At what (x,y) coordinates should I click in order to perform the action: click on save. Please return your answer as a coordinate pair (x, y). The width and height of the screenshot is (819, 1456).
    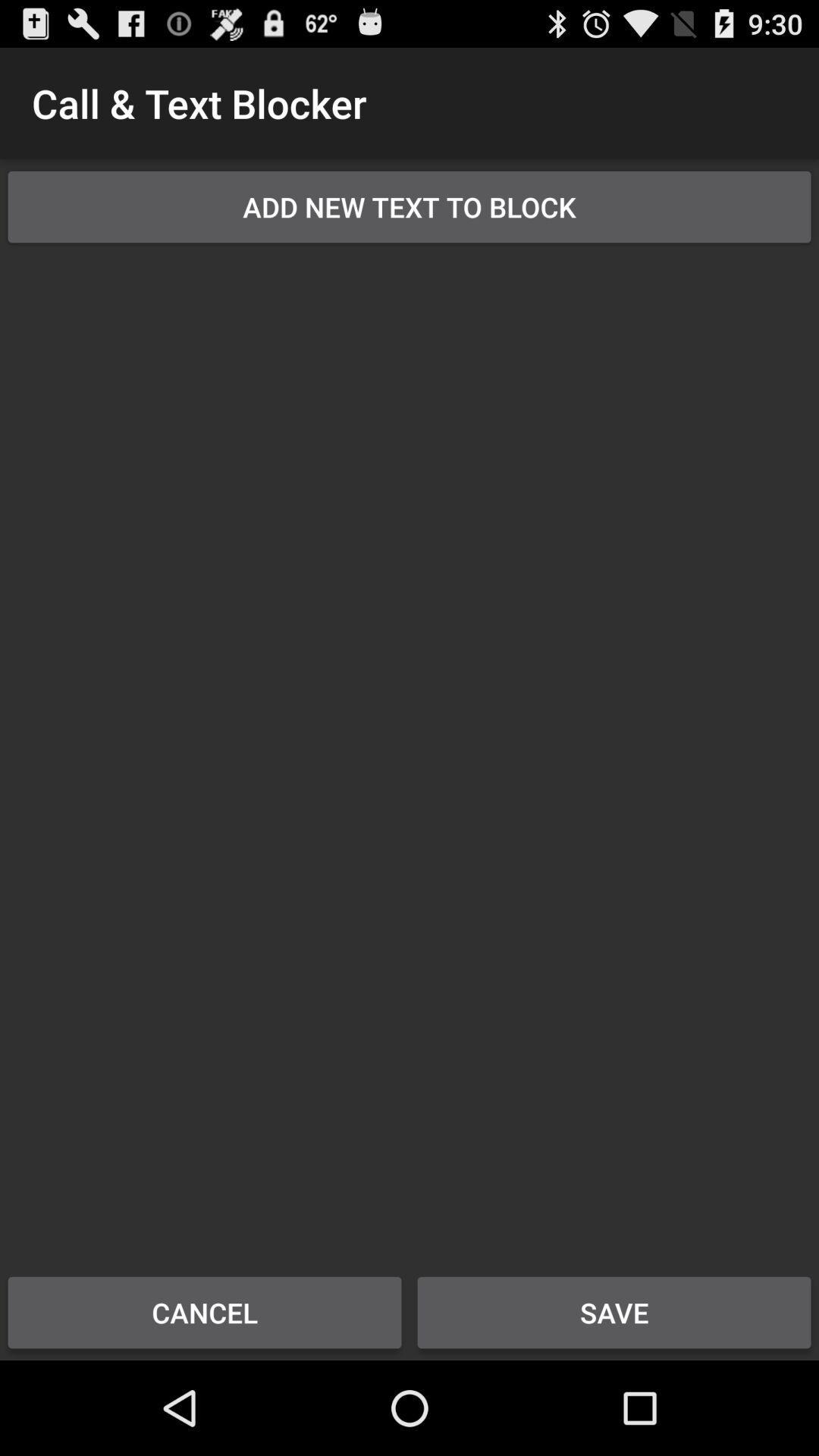
    Looking at the image, I should click on (614, 1312).